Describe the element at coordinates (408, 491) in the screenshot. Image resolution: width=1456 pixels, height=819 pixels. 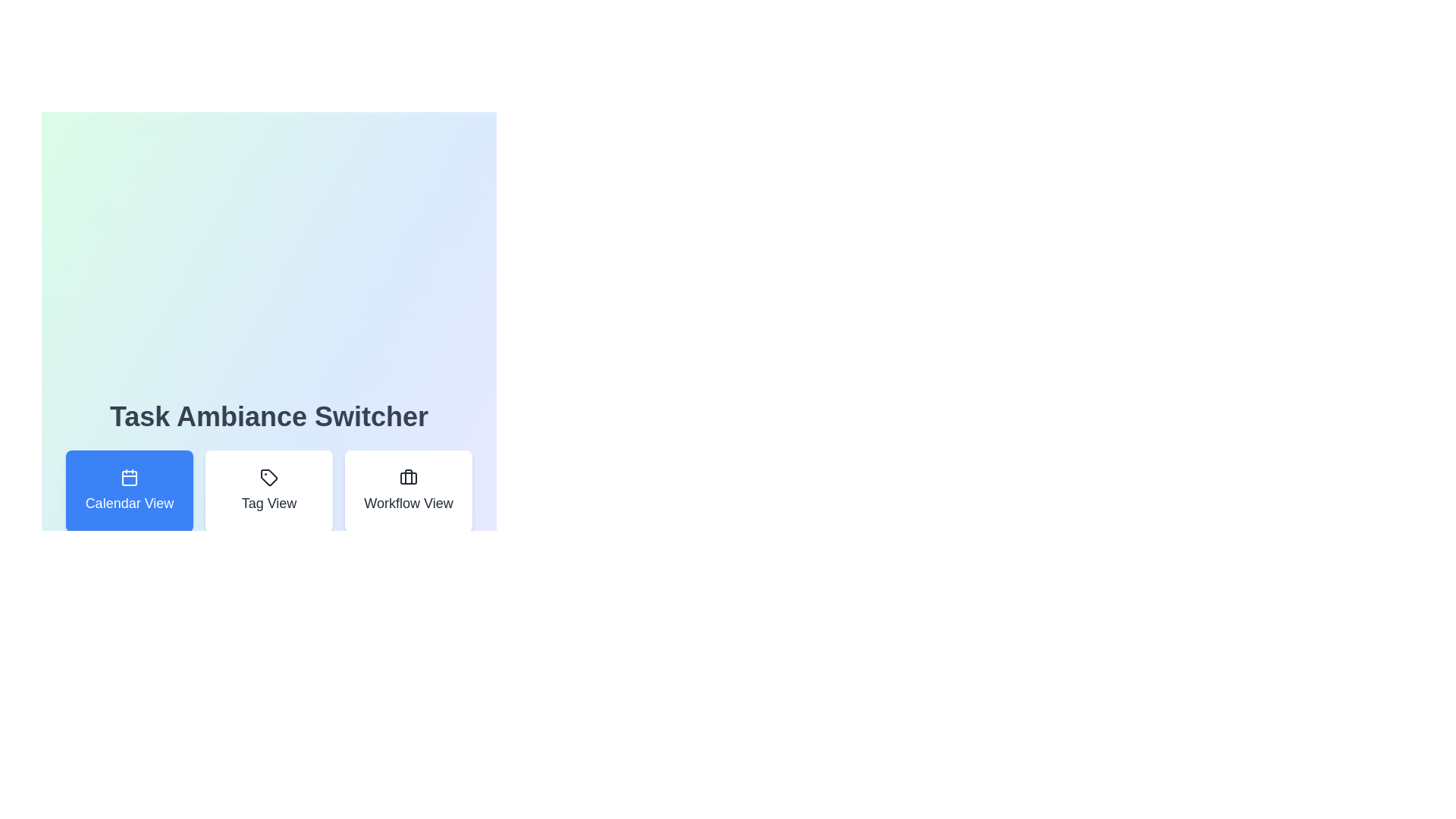
I see `the third button labeled 'Workflow View', which has a rectangular shape with rounded corners` at that location.